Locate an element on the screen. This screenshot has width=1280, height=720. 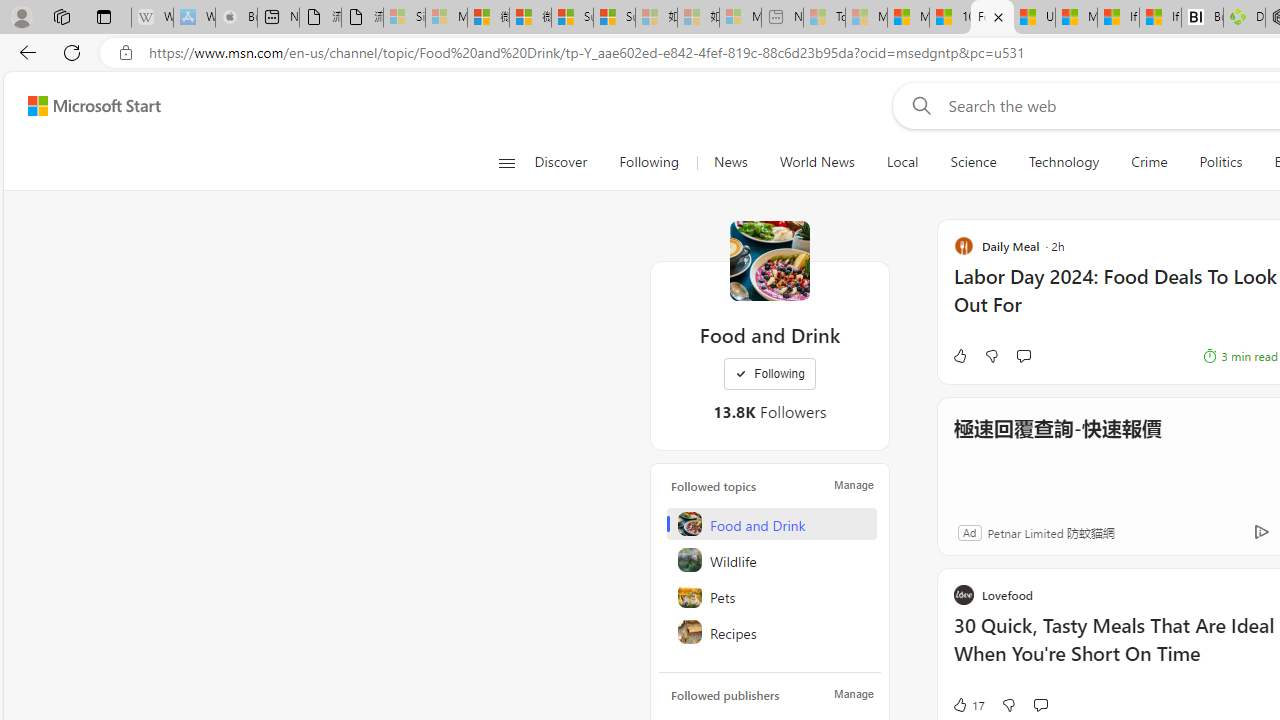
'Start the conversation' is located at coordinates (1040, 703).